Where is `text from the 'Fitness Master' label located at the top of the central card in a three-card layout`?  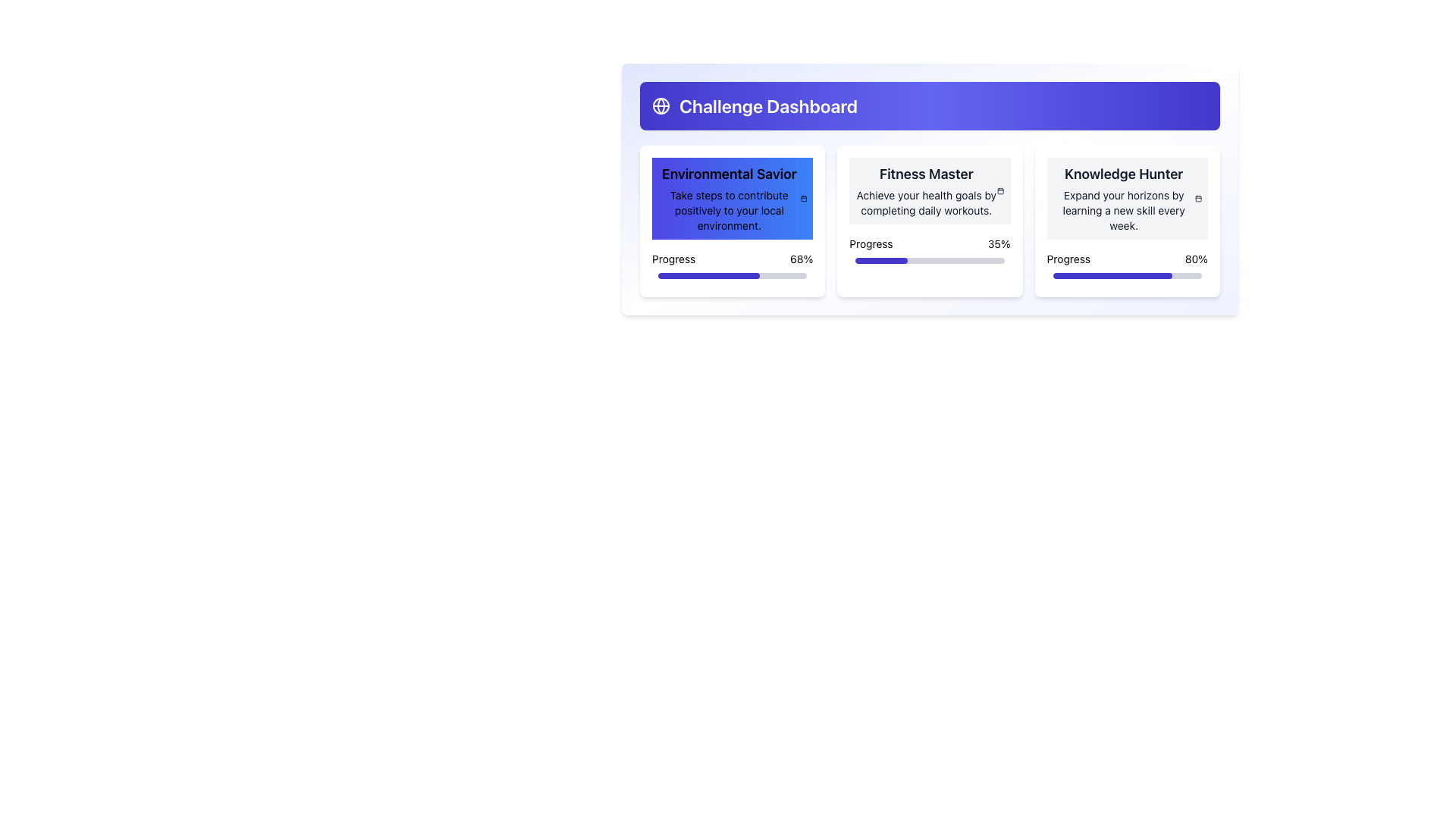 text from the 'Fitness Master' label located at the top of the central card in a three-card layout is located at coordinates (925, 174).